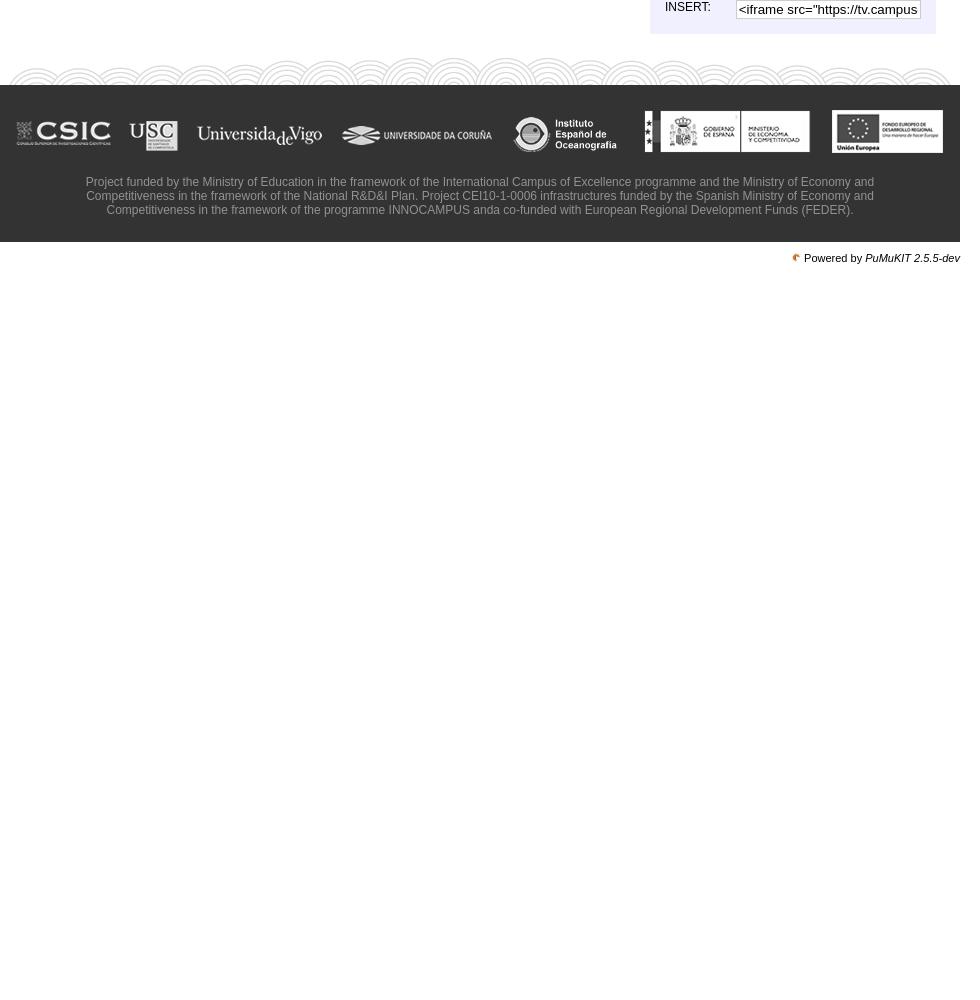 The width and height of the screenshot is (980, 1000). What do you see at coordinates (749, 621) in the screenshot?
I see `'Into the deep: epibenthic communities on the conti'` at bounding box center [749, 621].